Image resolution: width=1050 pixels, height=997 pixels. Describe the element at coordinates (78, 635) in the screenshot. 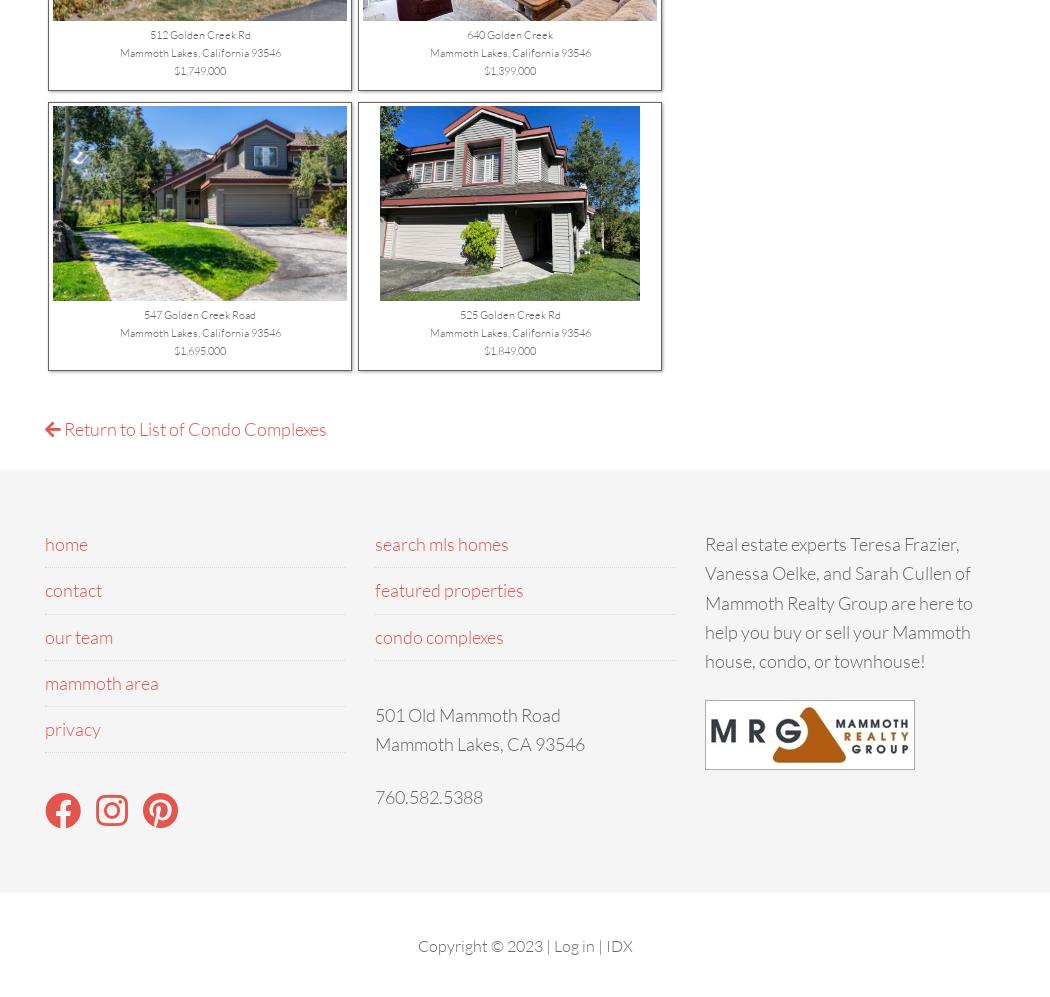

I see `'our team'` at that location.